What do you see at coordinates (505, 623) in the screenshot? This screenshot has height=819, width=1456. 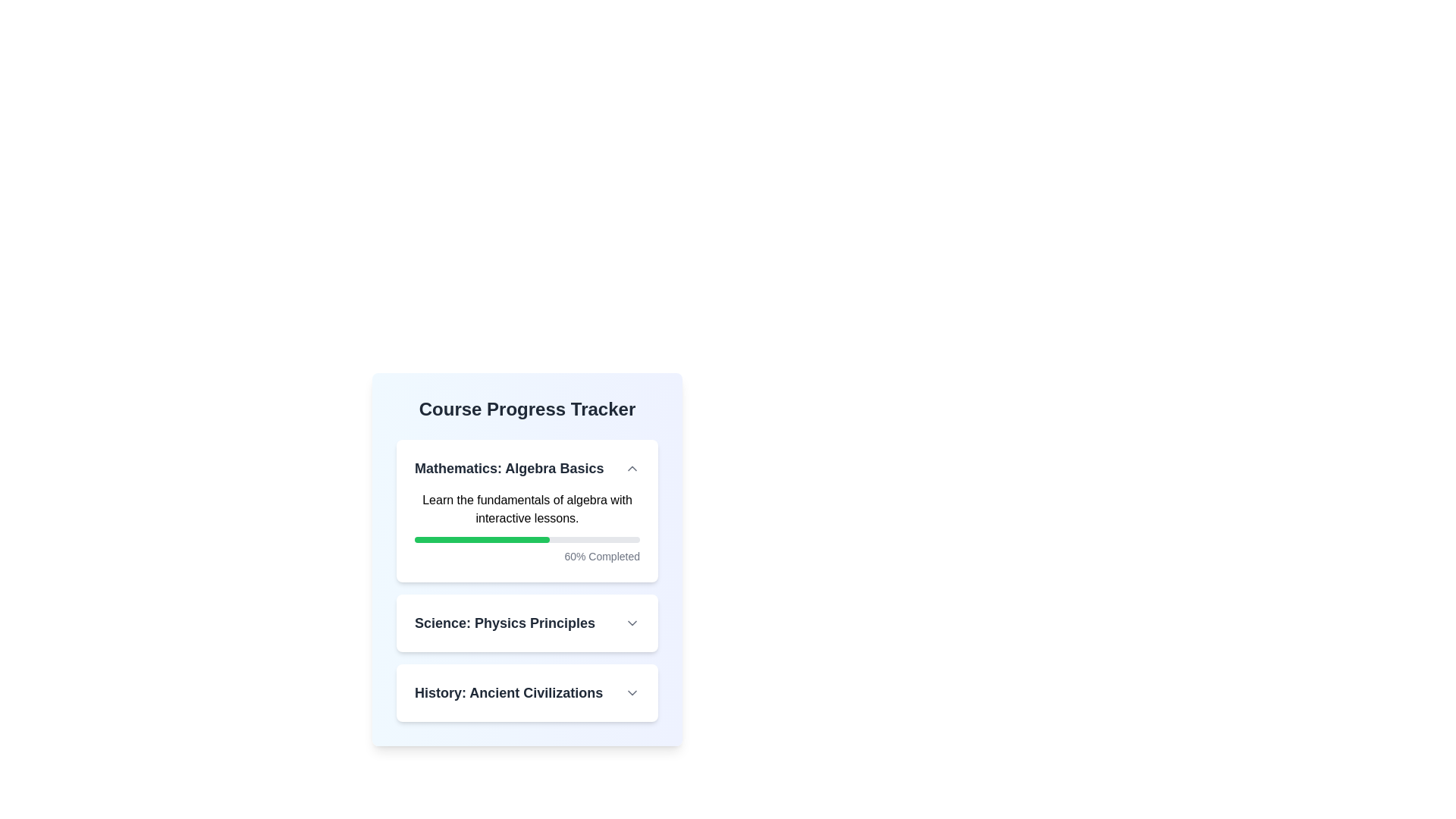 I see `text element that serves as the title for the 'Science: Physics Principles' section, which is positioned between the 'Mathematics: Algebra Basics' and 'History: Ancient Civilizations' sections in the 'Course Progress Tracker' interface` at bounding box center [505, 623].